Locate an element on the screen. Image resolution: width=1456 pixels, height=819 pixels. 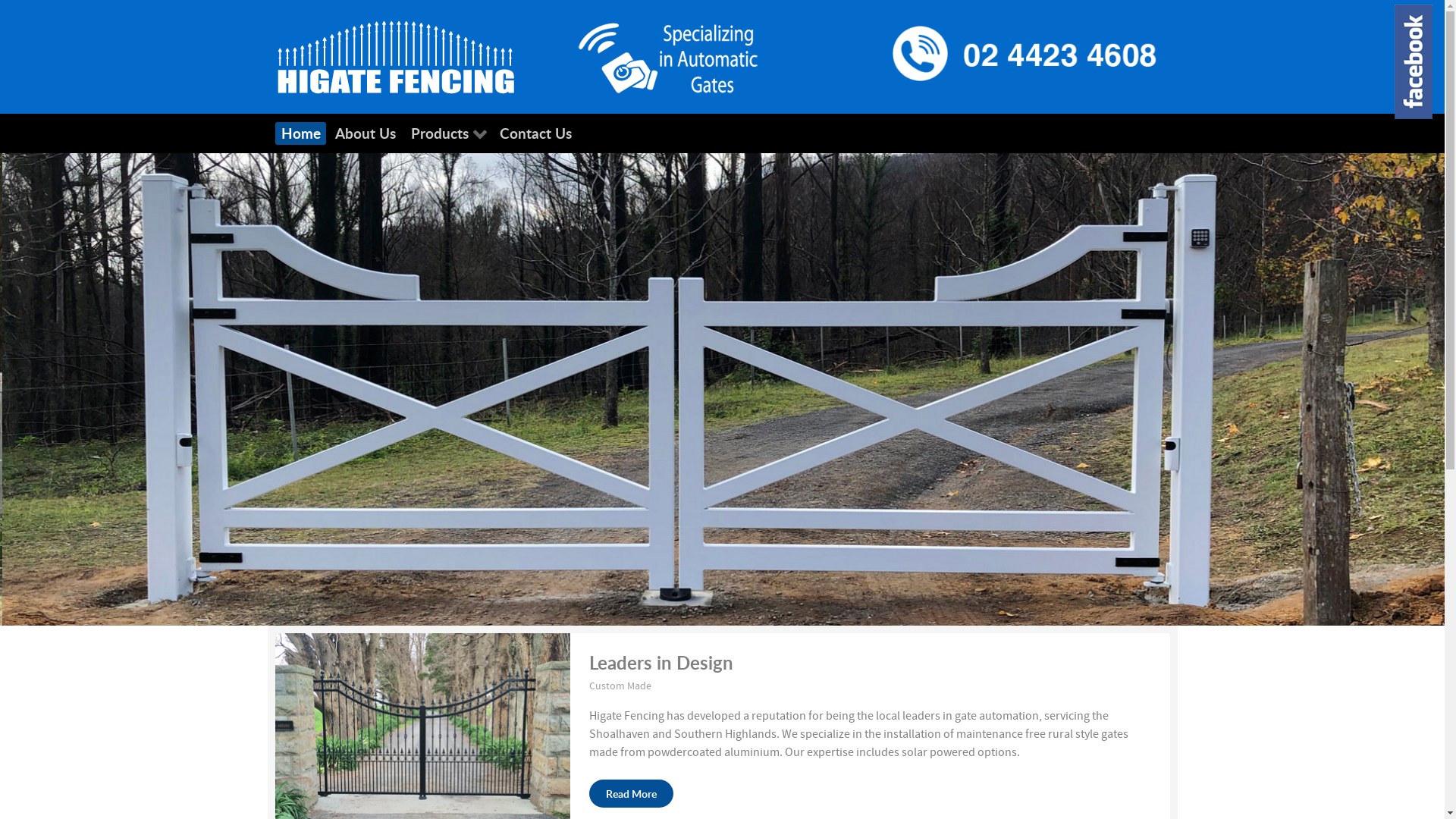
'Callisto' is located at coordinates (274, 55).